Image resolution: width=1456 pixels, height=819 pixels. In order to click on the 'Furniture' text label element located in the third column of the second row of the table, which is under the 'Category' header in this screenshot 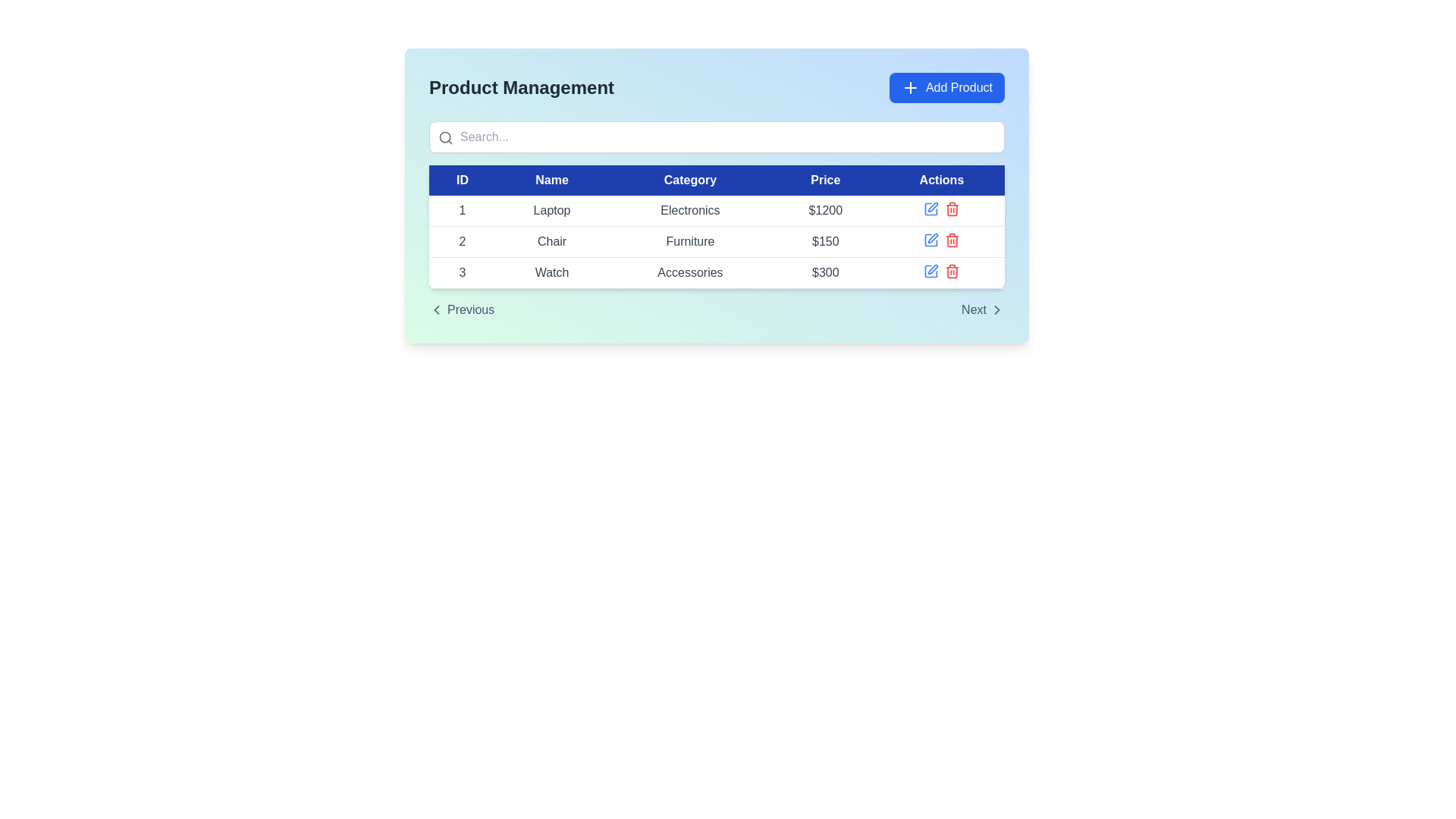, I will do `click(689, 241)`.